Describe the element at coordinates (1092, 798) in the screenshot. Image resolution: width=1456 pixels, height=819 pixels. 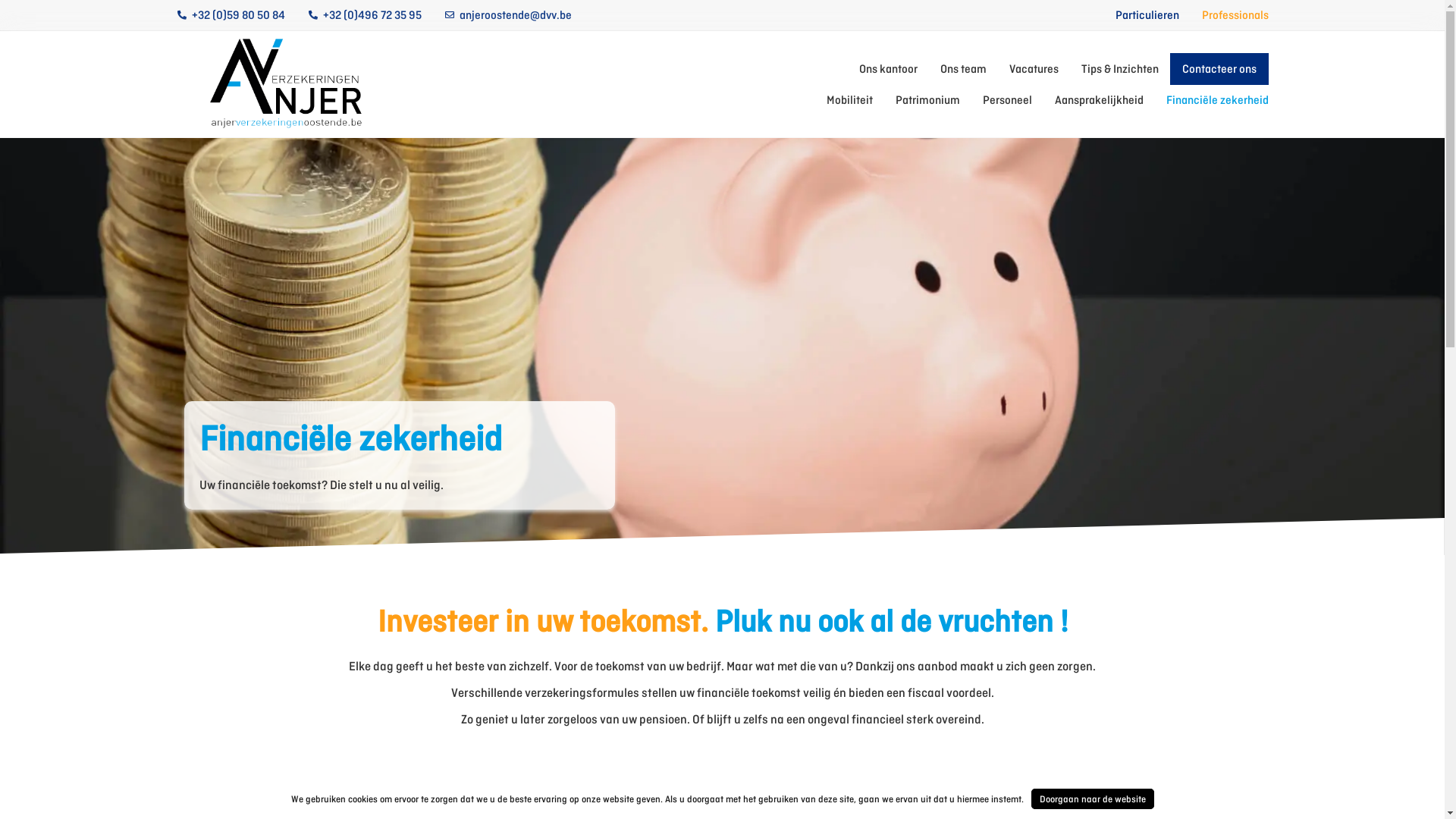
I see `'Doorgaan naar de website'` at that location.